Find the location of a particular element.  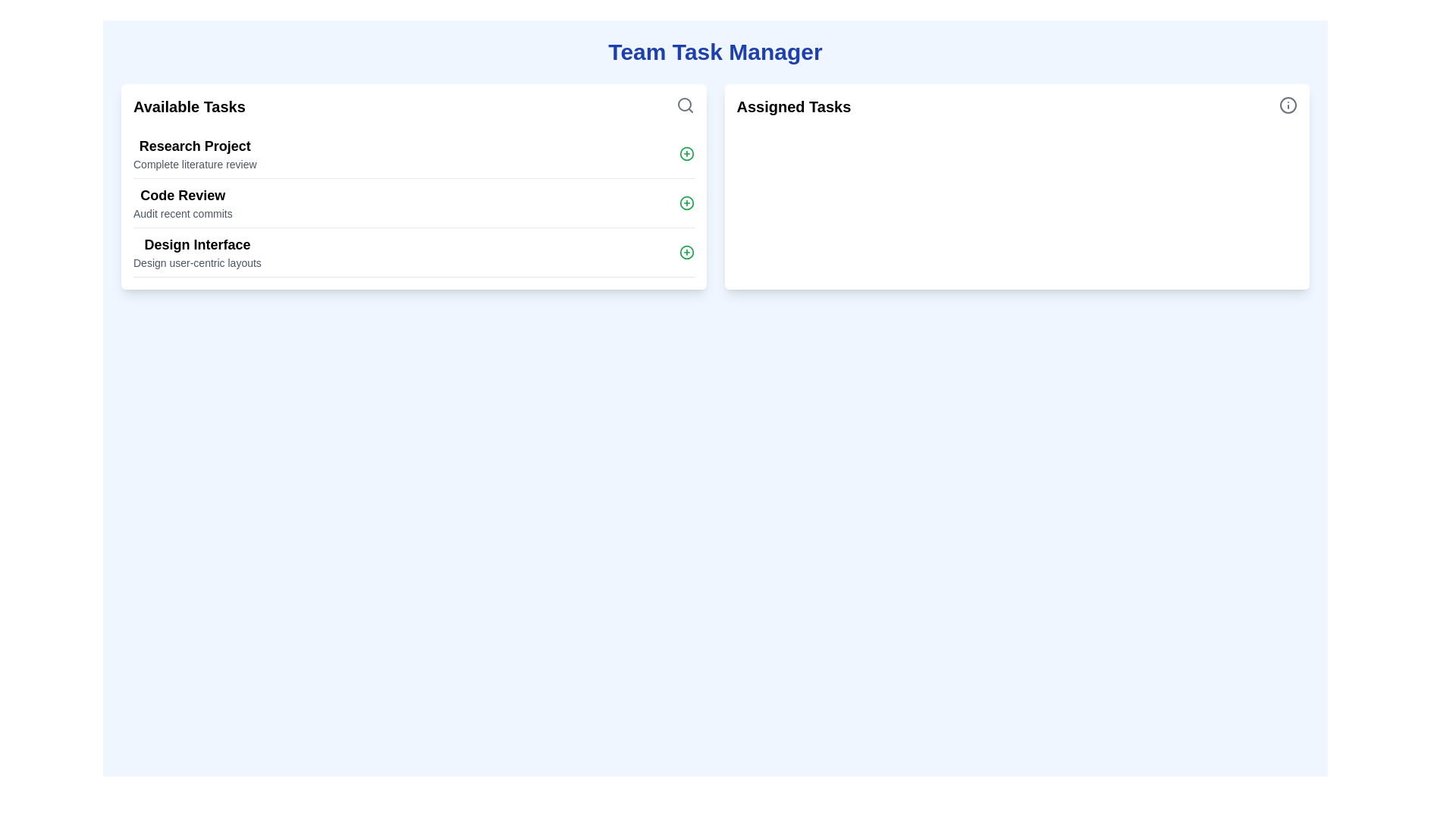

text label that serves as a section title for tasks assigned to team members, located in the upper-right quadrant of the white card interface, to the left of an informational icon is located at coordinates (792, 106).